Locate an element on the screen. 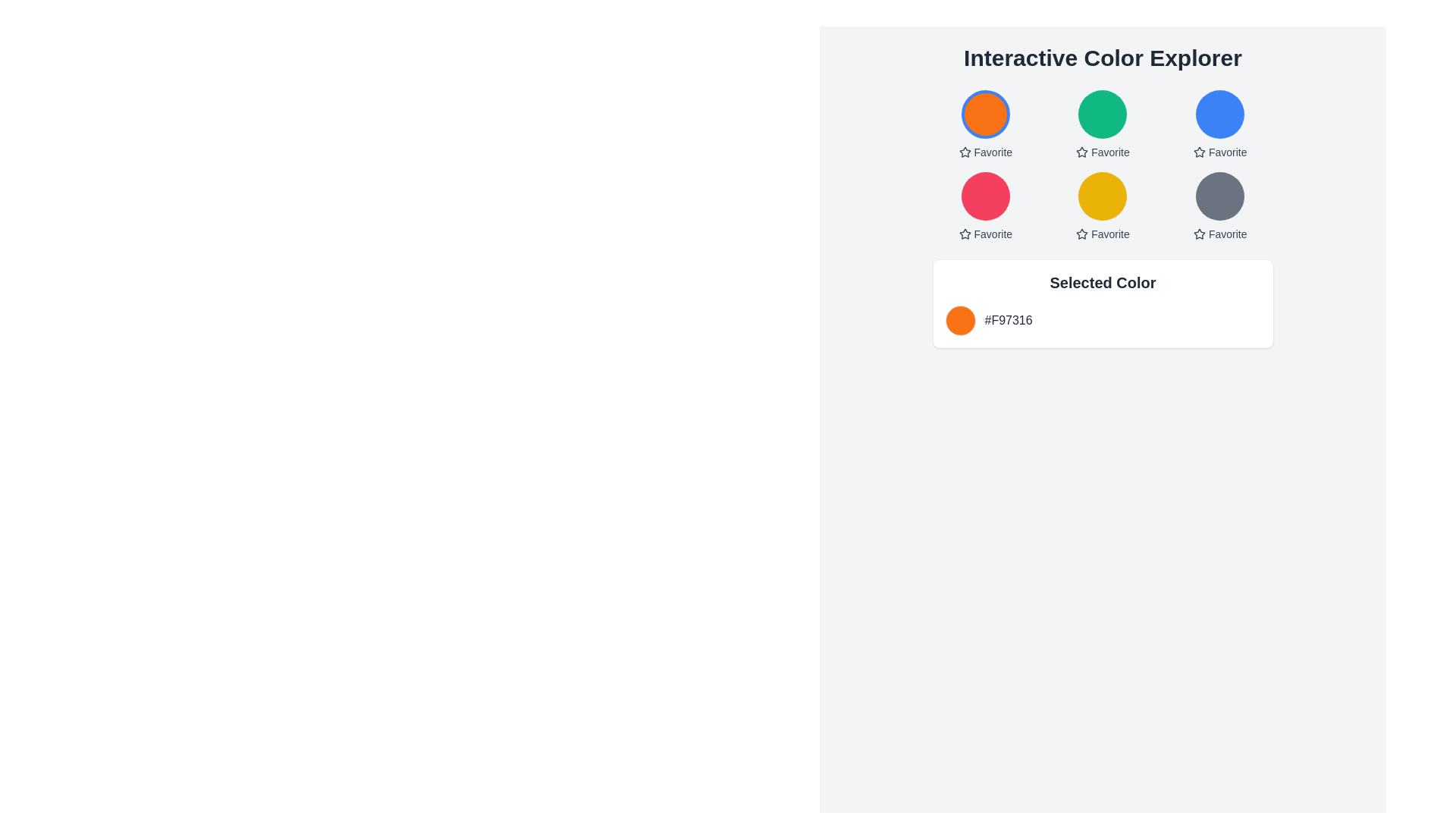 The width and height of the screenshot is (1456, 819). the circular blue button labeled 'Favorite' located in the first row and third column of the grid layout is located at coordinates (1220, 113).